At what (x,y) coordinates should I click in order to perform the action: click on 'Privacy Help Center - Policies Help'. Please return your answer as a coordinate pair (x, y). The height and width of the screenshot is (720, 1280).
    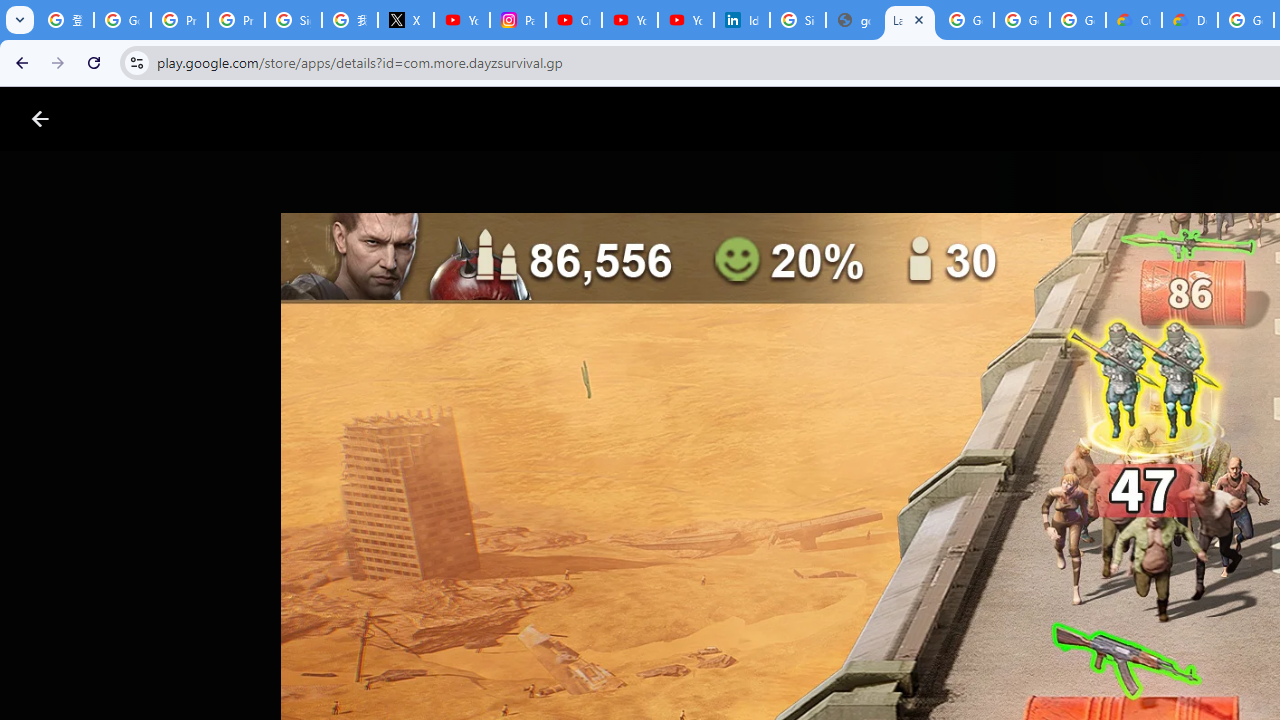
    Looking at the image, I should click on (236, 20).